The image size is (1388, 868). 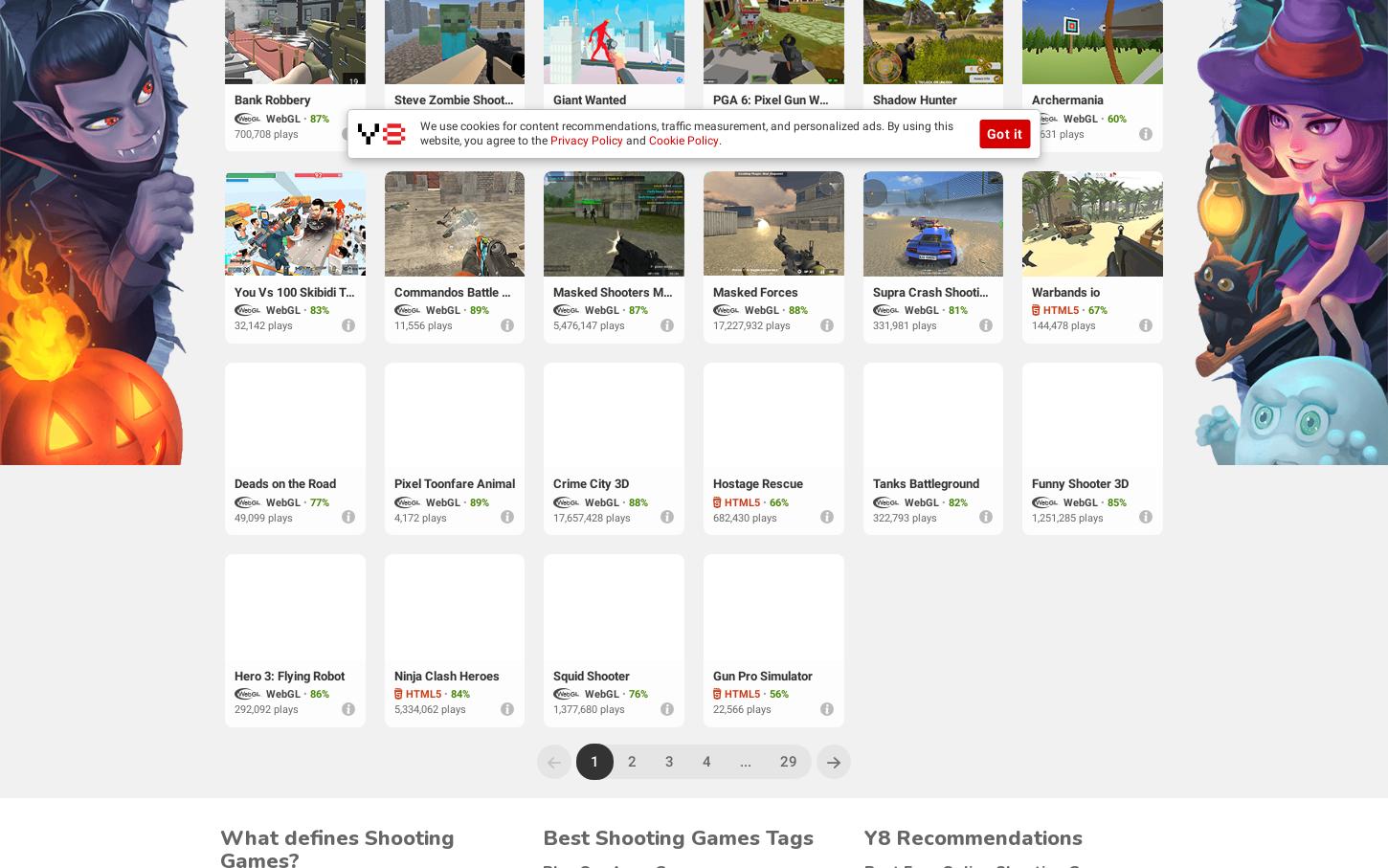 I want to click on '60%', so click(x=1115, y=117).